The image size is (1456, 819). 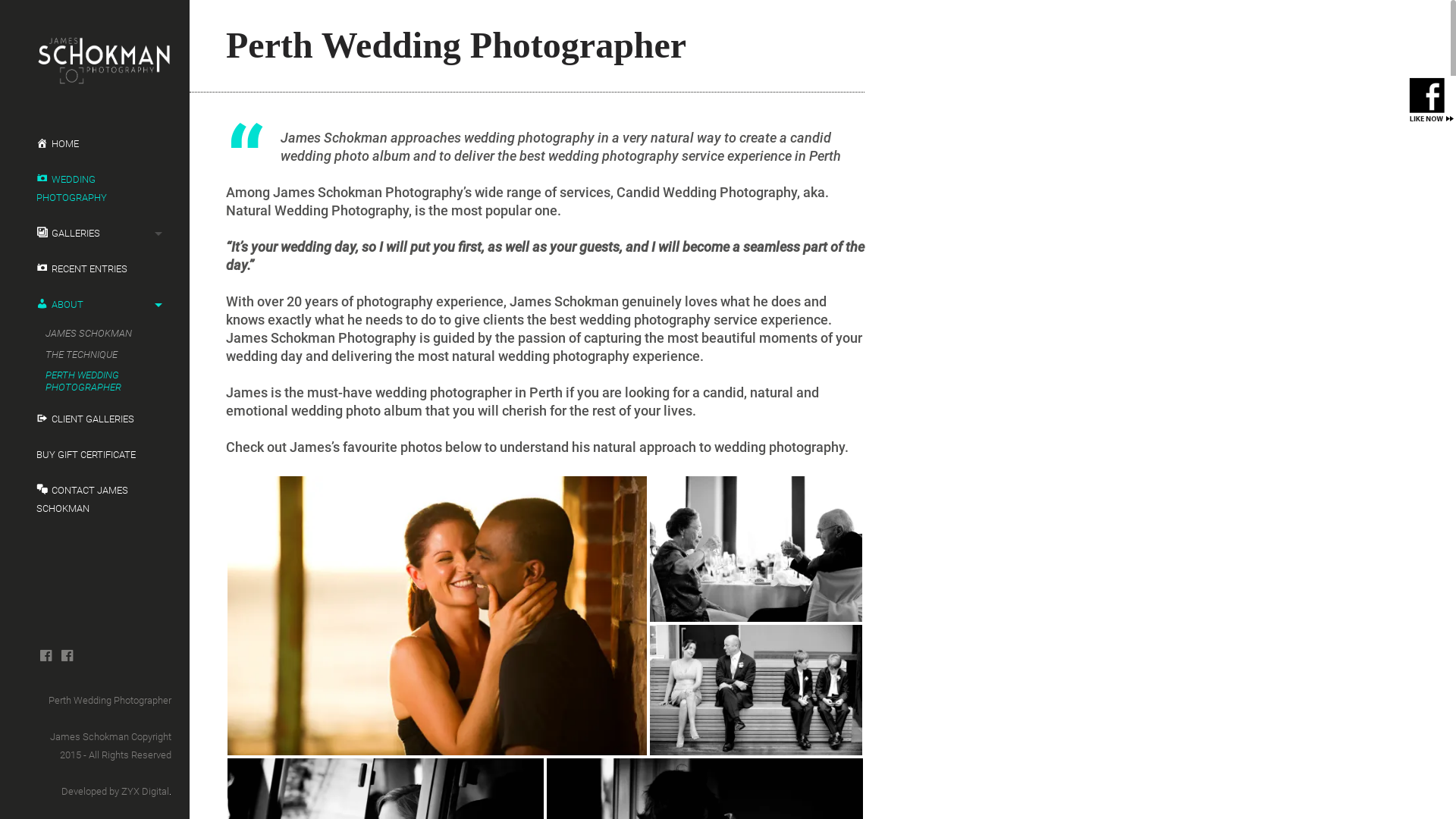 I want to click on 'WEDDING PHOTOGRAPHY', so click(x=93, y=188).